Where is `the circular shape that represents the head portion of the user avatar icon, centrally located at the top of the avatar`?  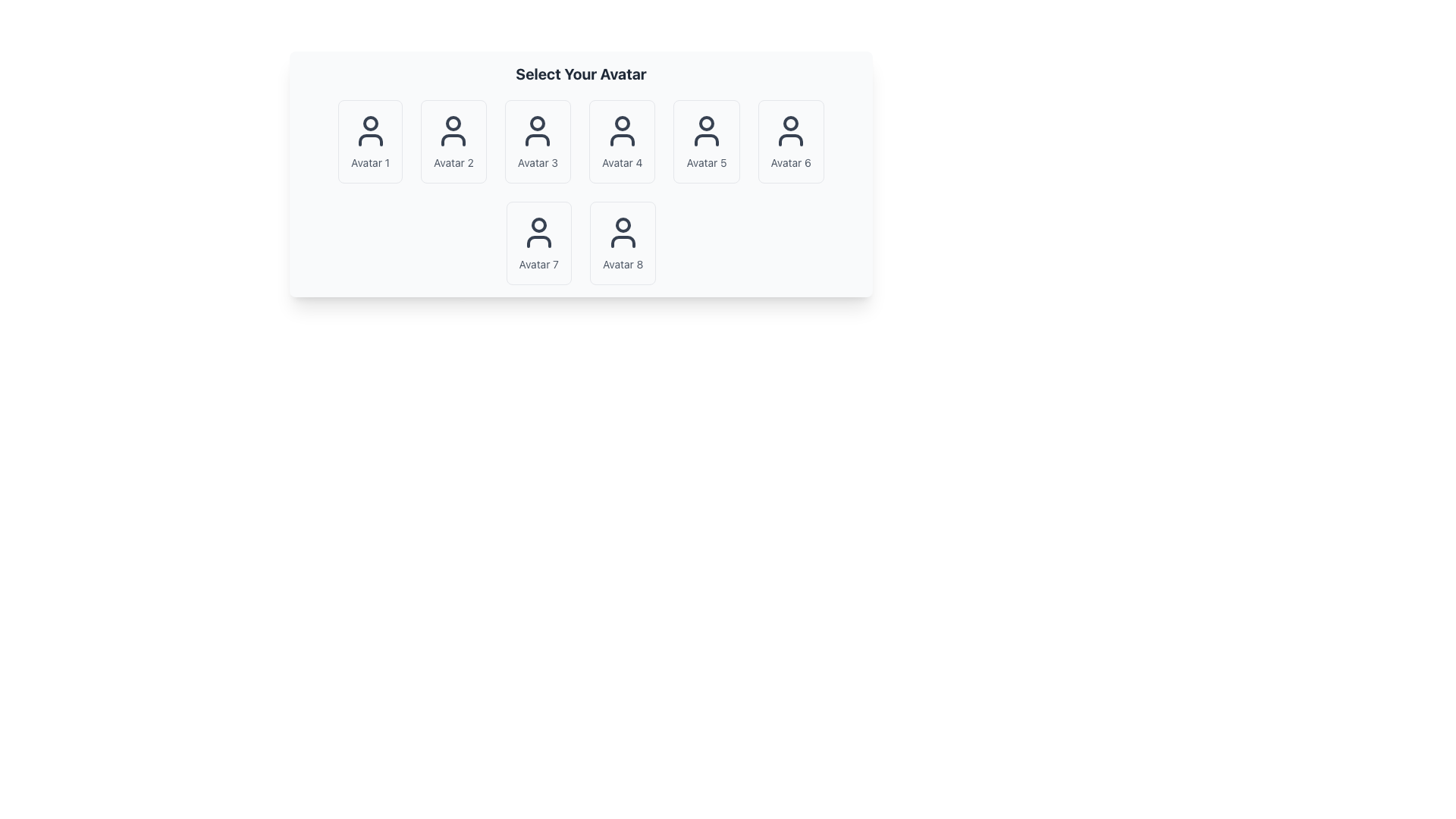
the circular shape that represents the head portion of the user avatar icon, centrally located at the top of the avatar is located at coordinates (705, 122).